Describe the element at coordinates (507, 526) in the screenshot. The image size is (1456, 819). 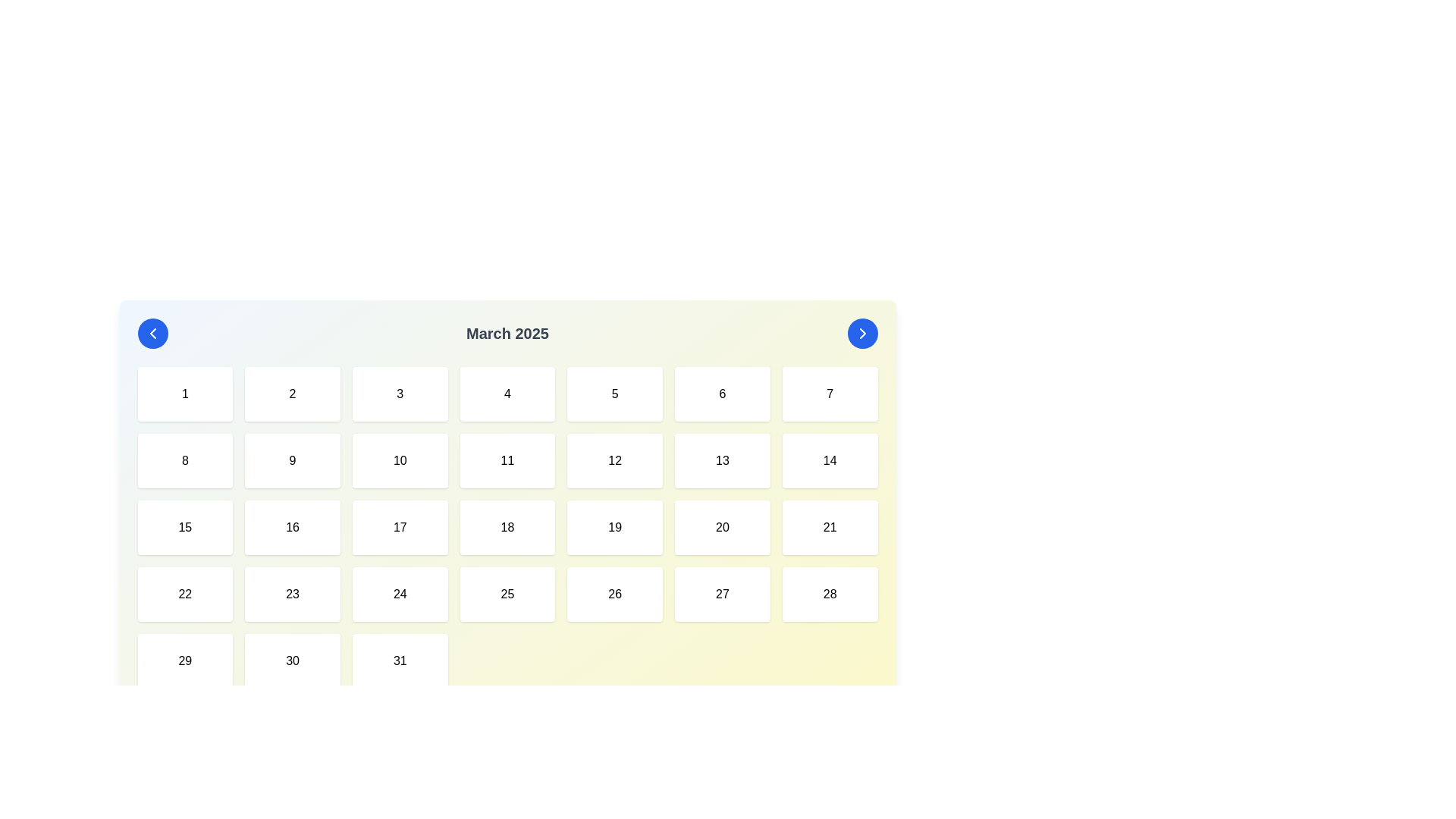
I see `the button displaying the number '18' in the calendar grid` at that location.